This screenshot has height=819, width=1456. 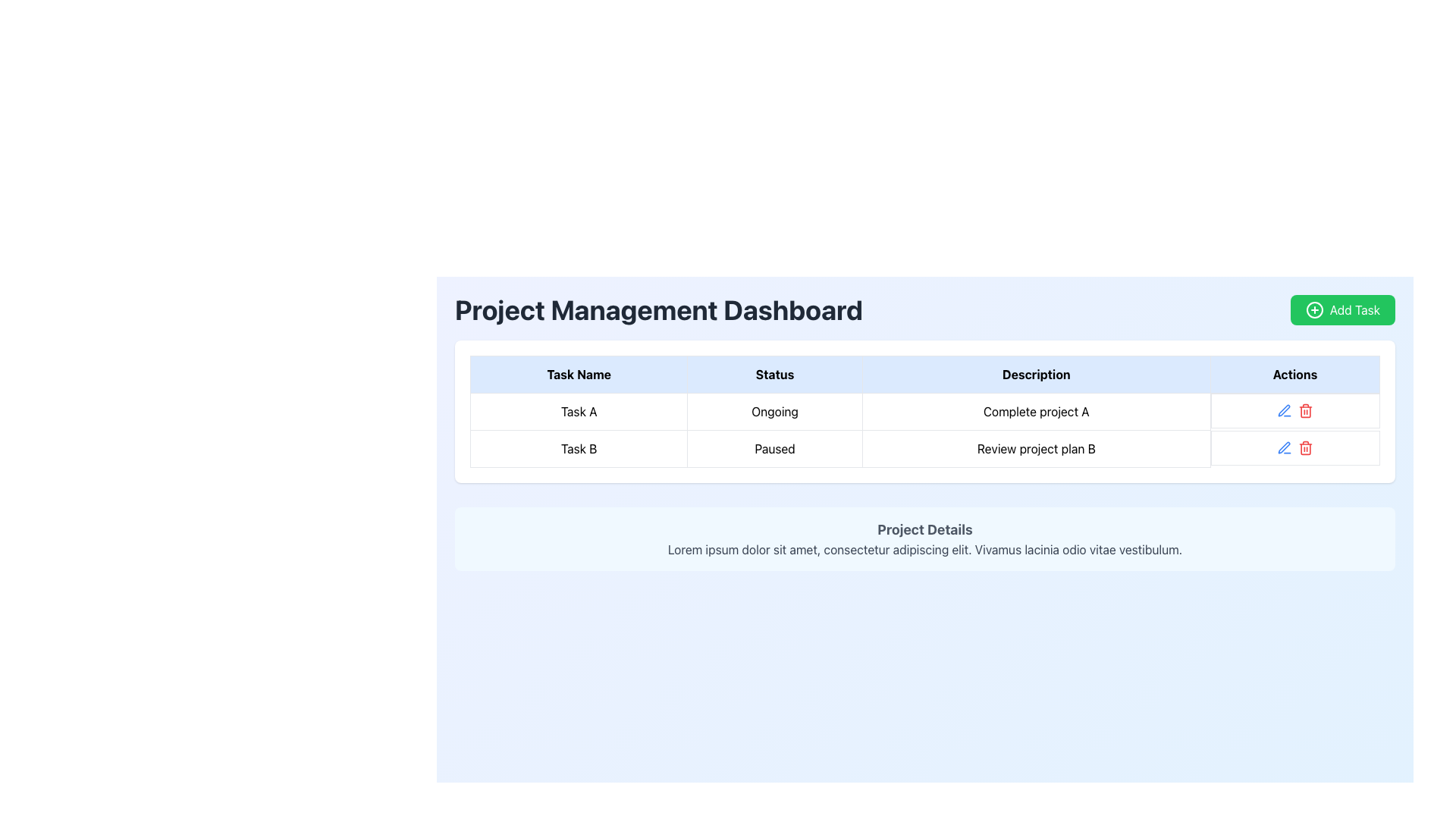 I want to click on the rectangular text block displaying 'Paused' in the 'Status' column of the second row, corresponding to 'Task B', so click(x=775, y=447).